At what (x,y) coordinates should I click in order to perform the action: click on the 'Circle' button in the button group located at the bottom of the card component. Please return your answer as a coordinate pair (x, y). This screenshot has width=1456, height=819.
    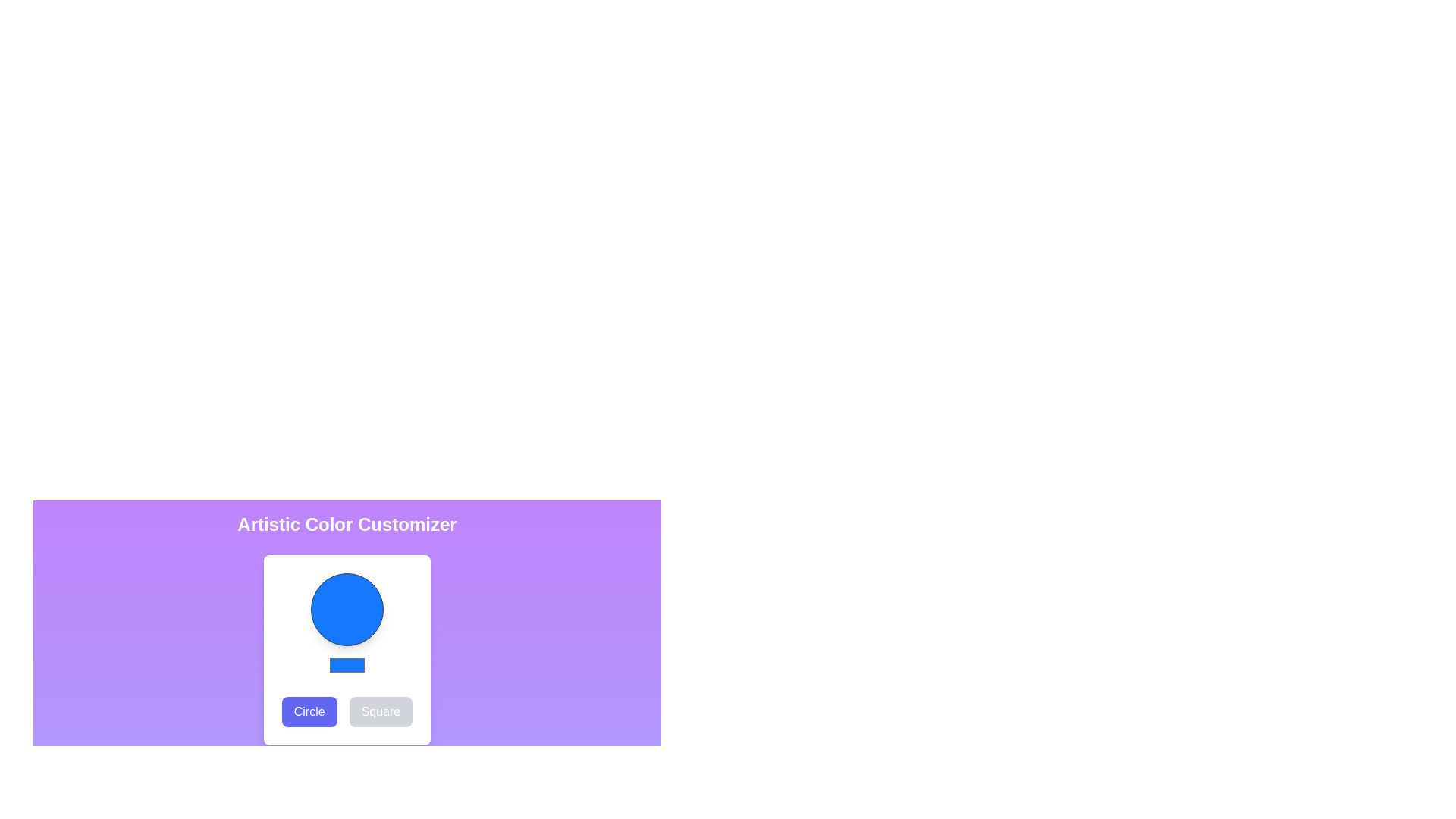
    Looking at the image, I should click on (346, 711).